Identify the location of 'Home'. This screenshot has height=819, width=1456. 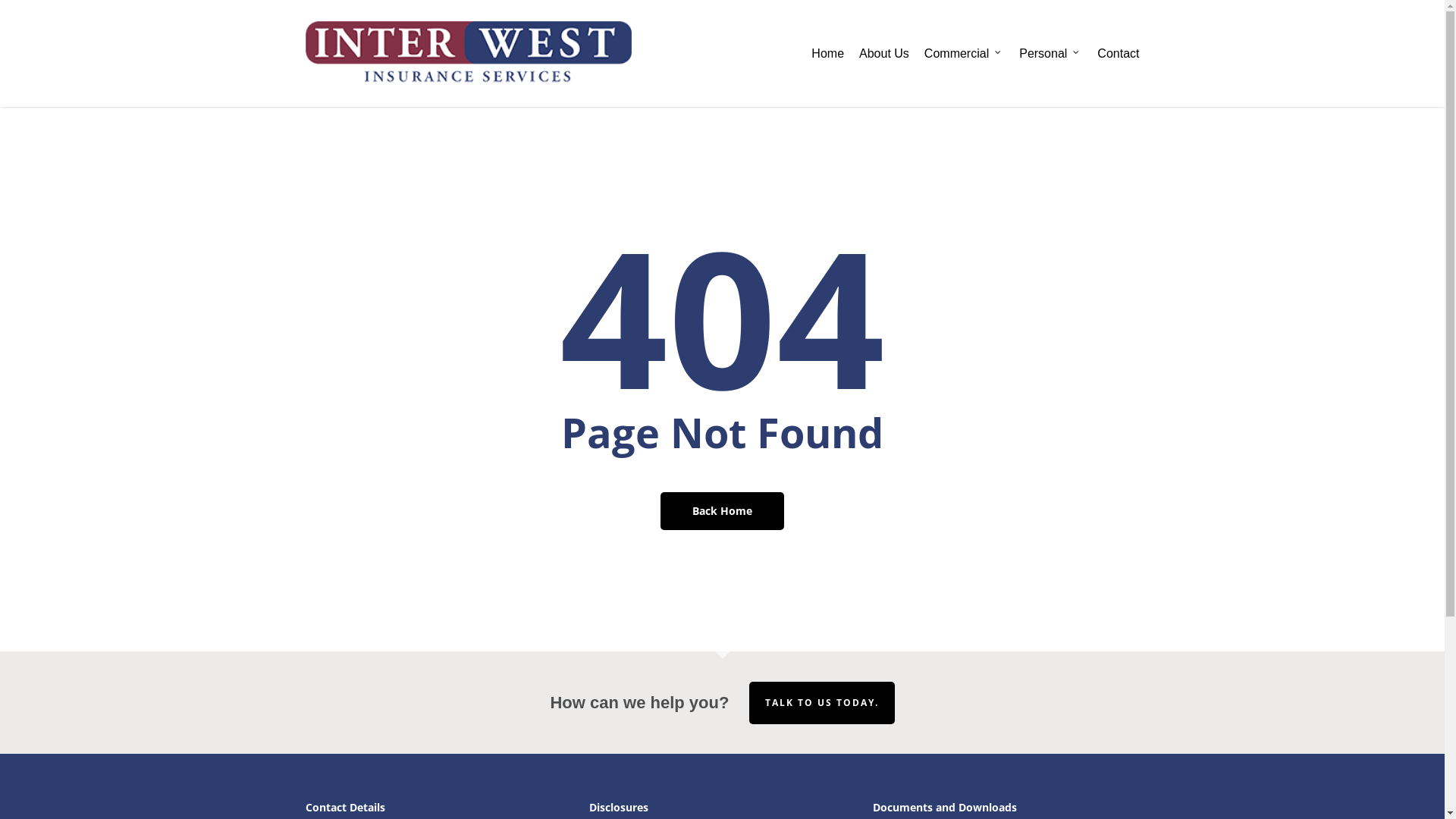
(811, 52).